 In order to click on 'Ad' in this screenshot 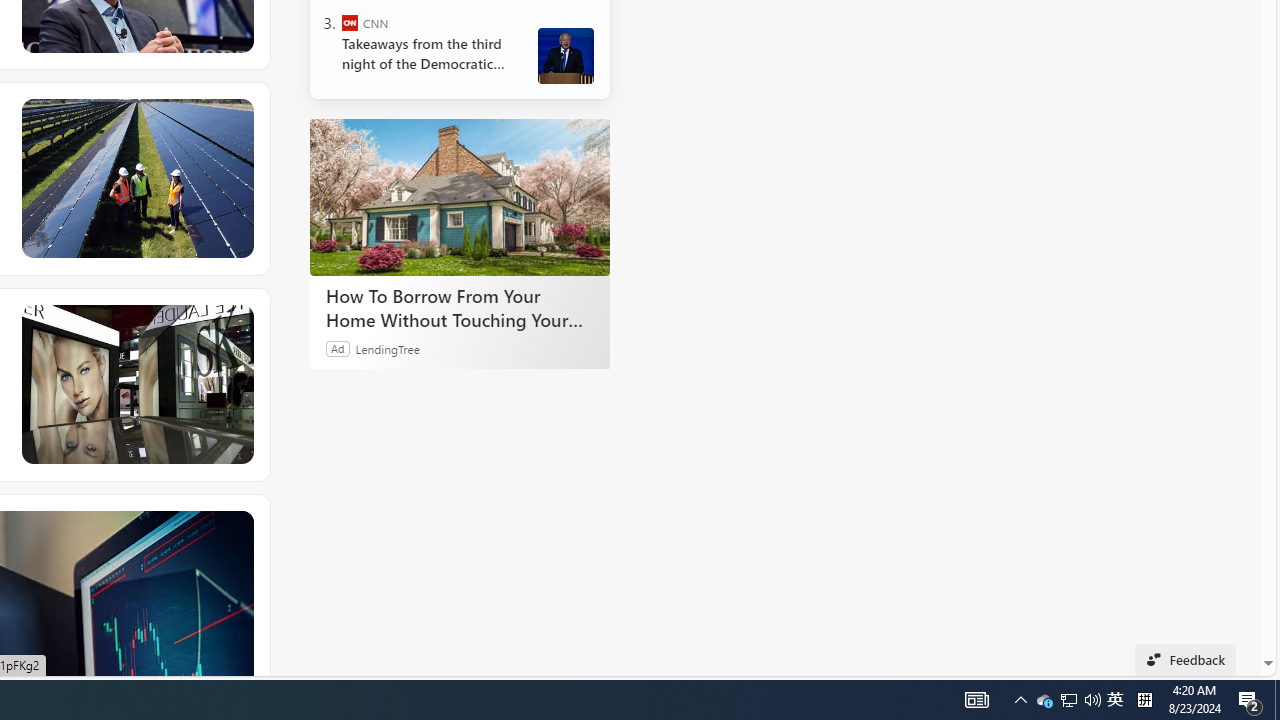, I will do `click(338, 347)`.